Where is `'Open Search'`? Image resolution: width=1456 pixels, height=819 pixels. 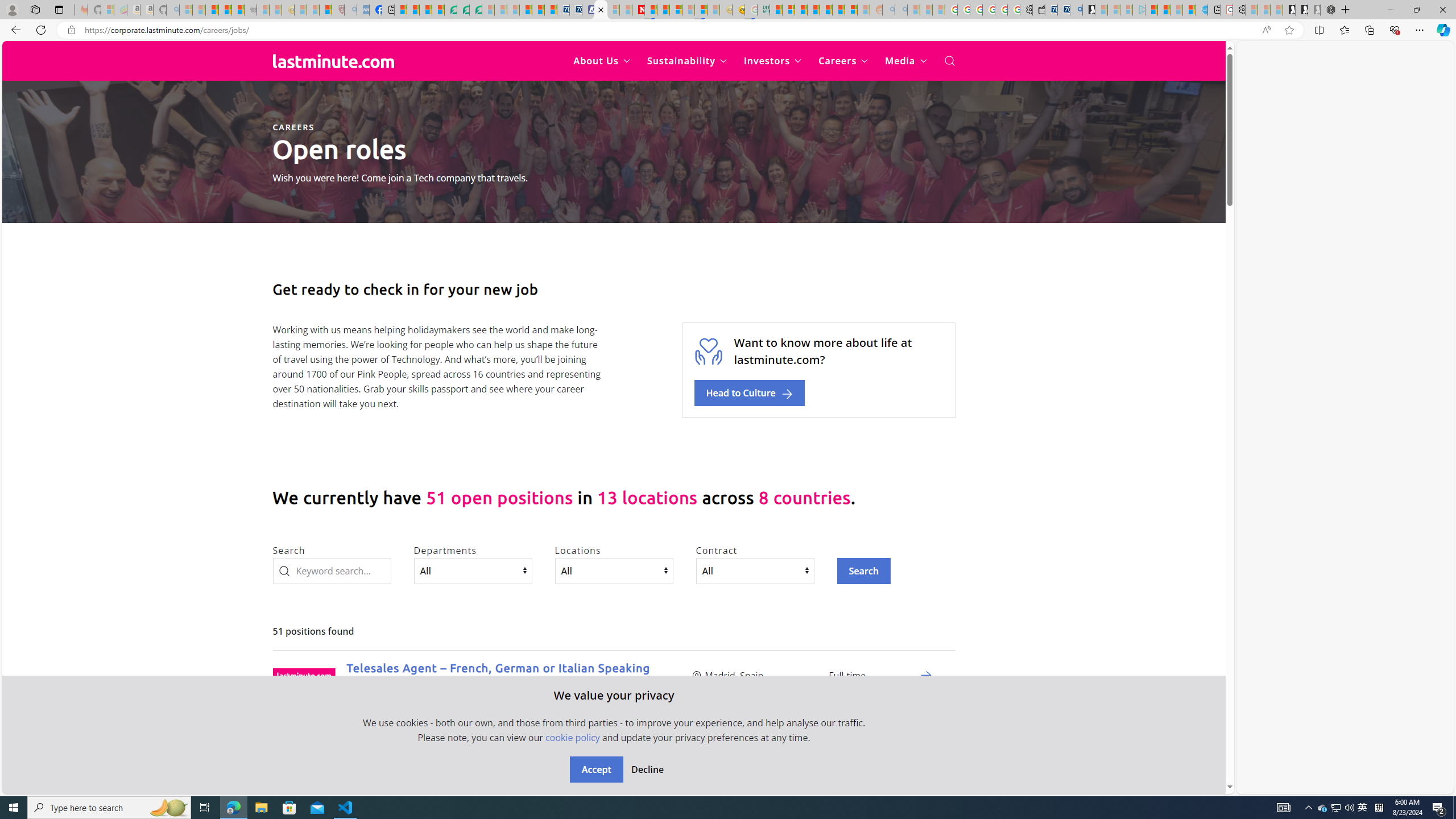 'Open Search' is located at coordinates (949, 61).